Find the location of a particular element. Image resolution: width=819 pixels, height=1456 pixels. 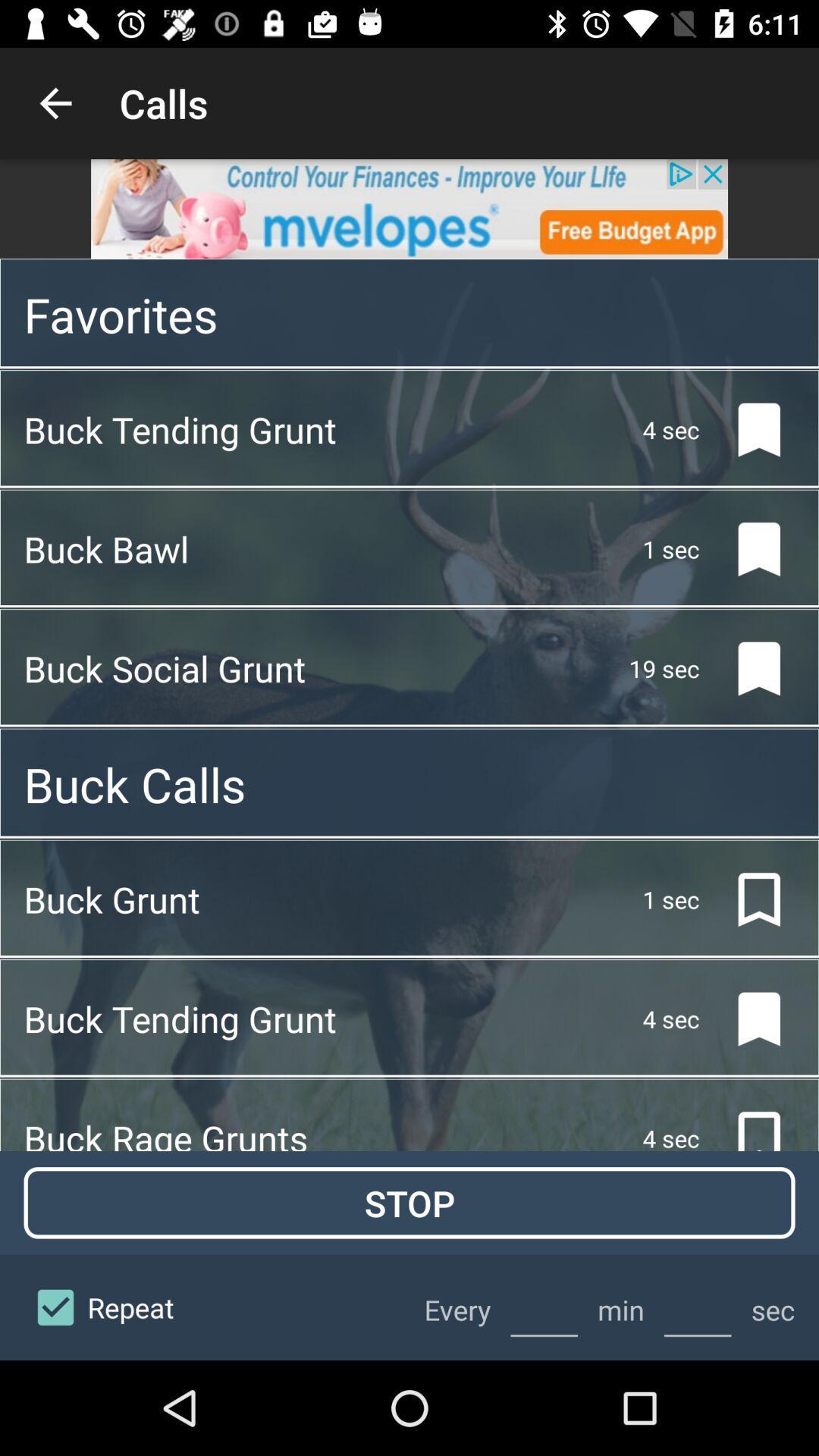

minute is located at coordinates (543, 1307).